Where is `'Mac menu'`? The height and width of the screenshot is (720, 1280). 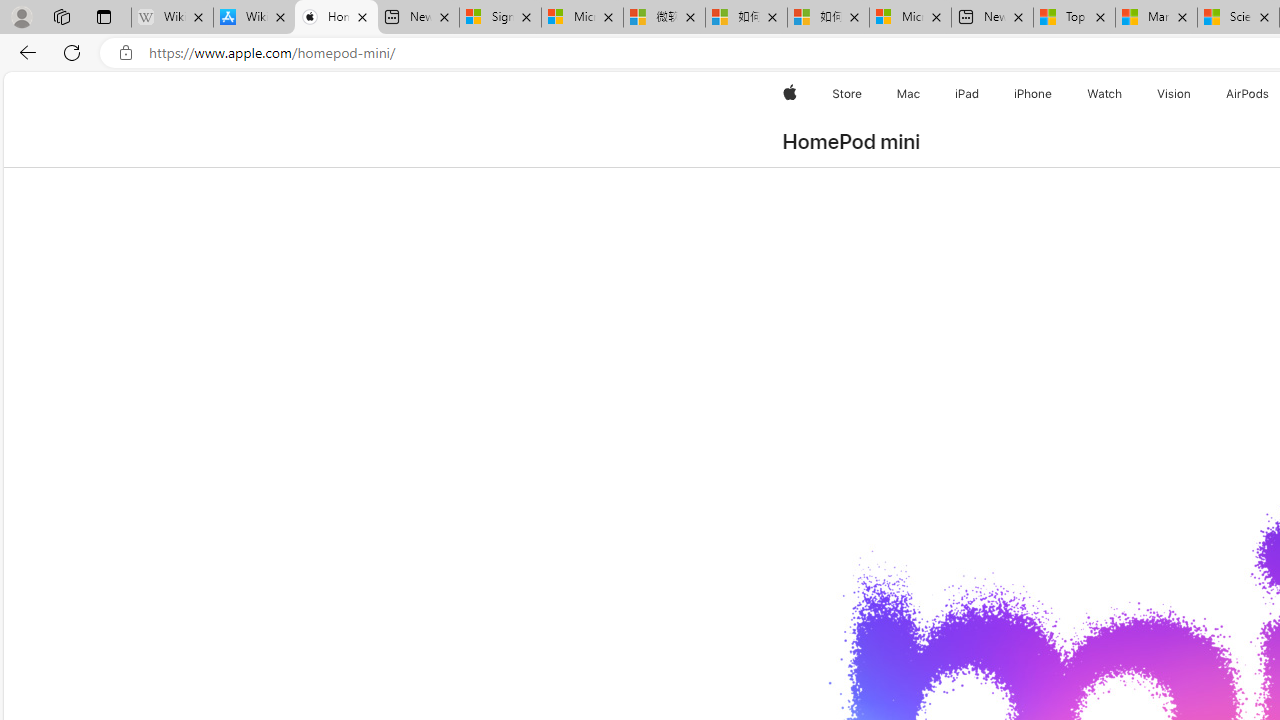
'Mac menu' is located at coordinates (921, 93).